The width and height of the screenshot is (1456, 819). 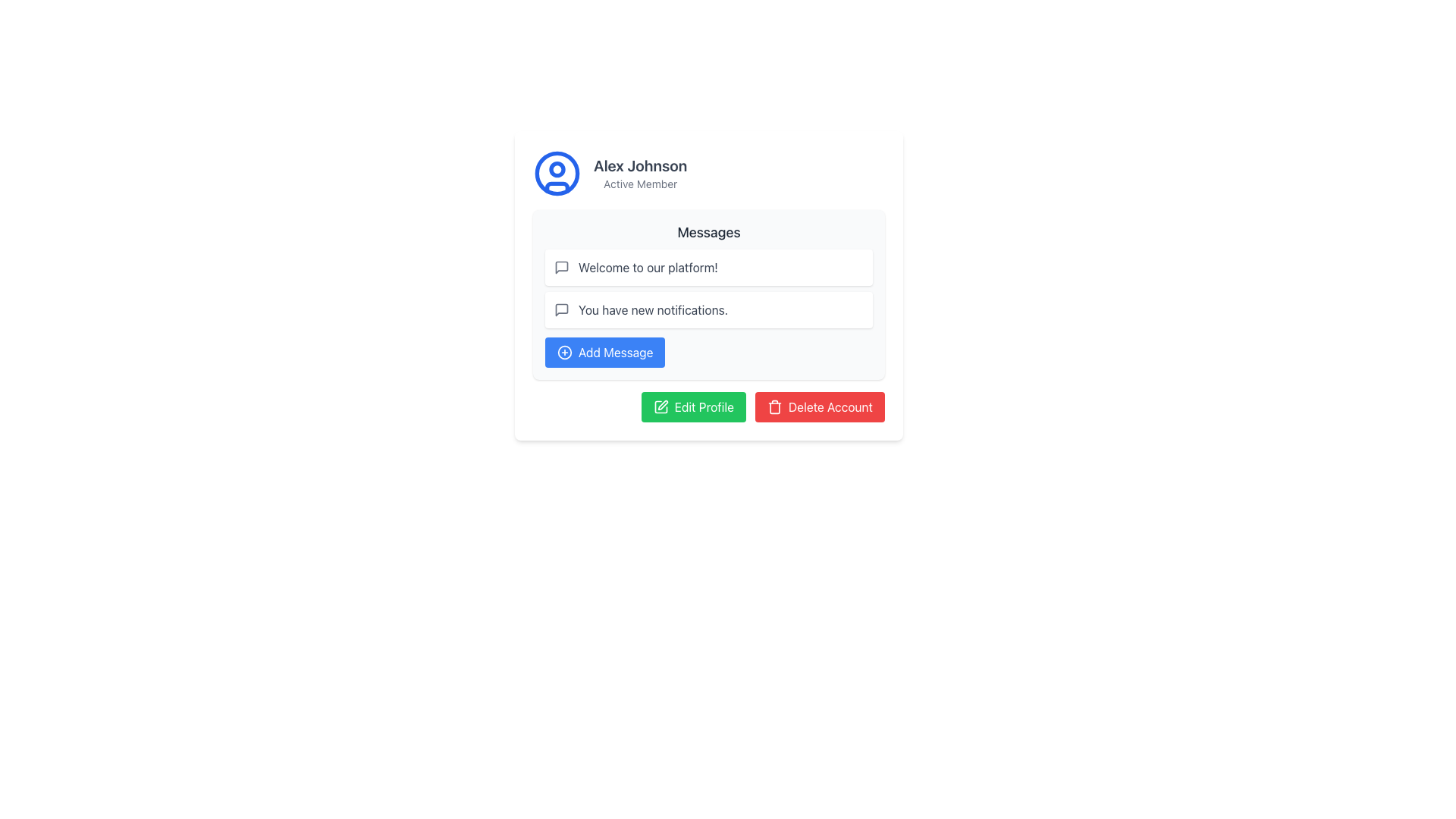 I want to click on the User Profile Display that shows the user's name and membership status, positioned at the top of the card layout, so click(x=708, y=172).